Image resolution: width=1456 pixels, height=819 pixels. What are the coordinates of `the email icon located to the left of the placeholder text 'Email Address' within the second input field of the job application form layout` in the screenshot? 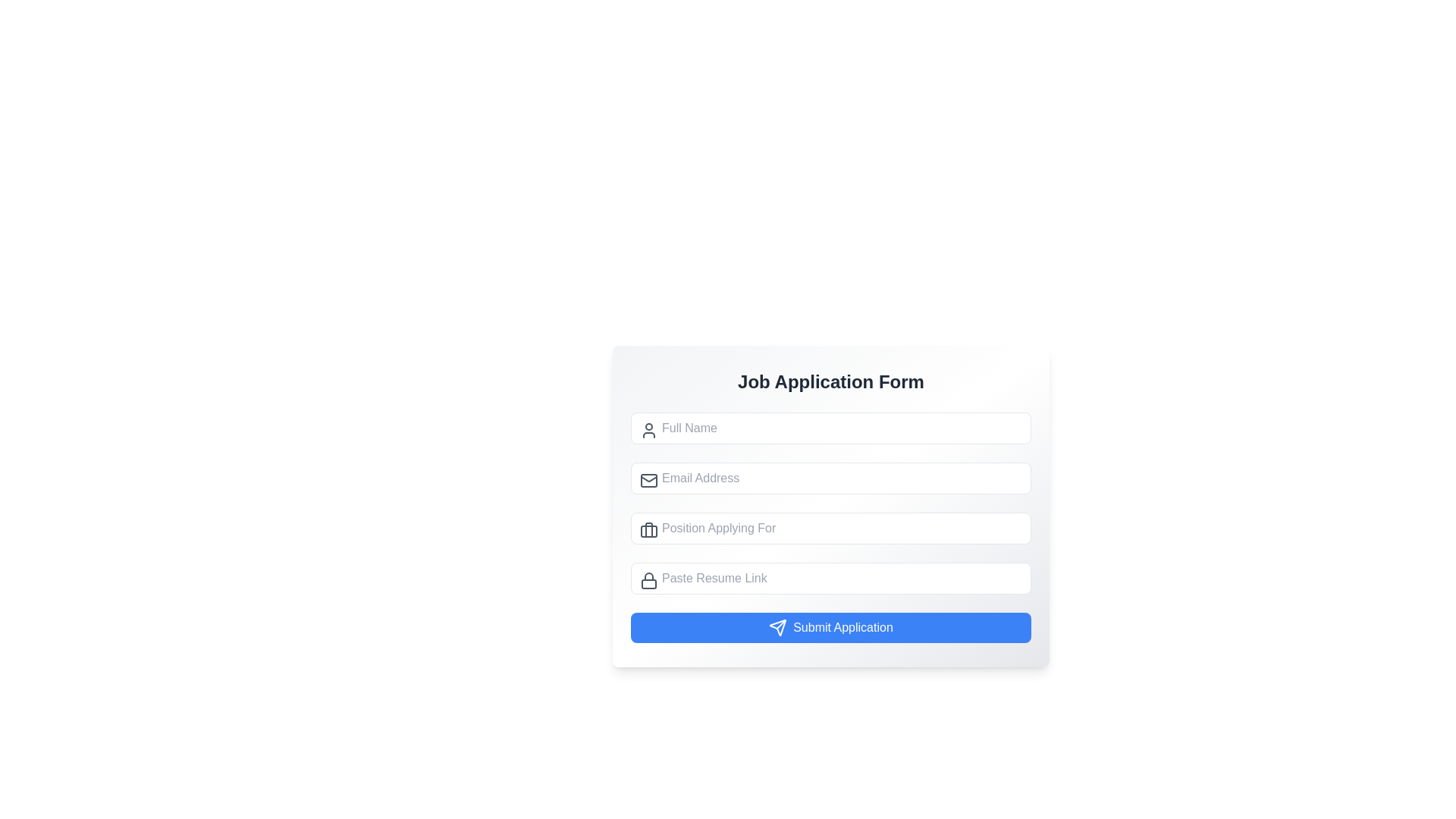 It's located at (648, 480).